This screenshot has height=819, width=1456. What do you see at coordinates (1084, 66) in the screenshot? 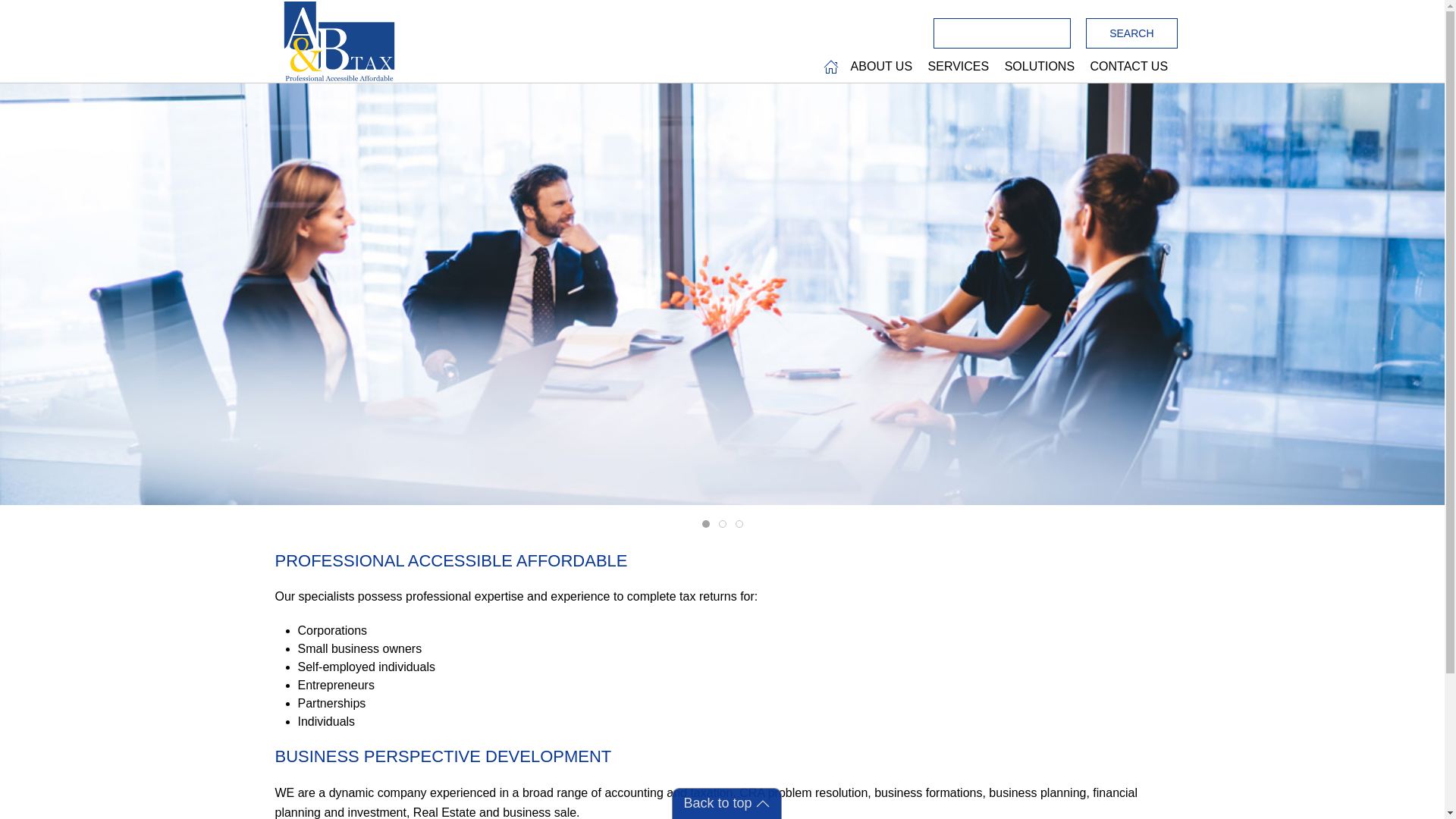
I see `'CONTACT US '` at bounding box center [1084, 66].